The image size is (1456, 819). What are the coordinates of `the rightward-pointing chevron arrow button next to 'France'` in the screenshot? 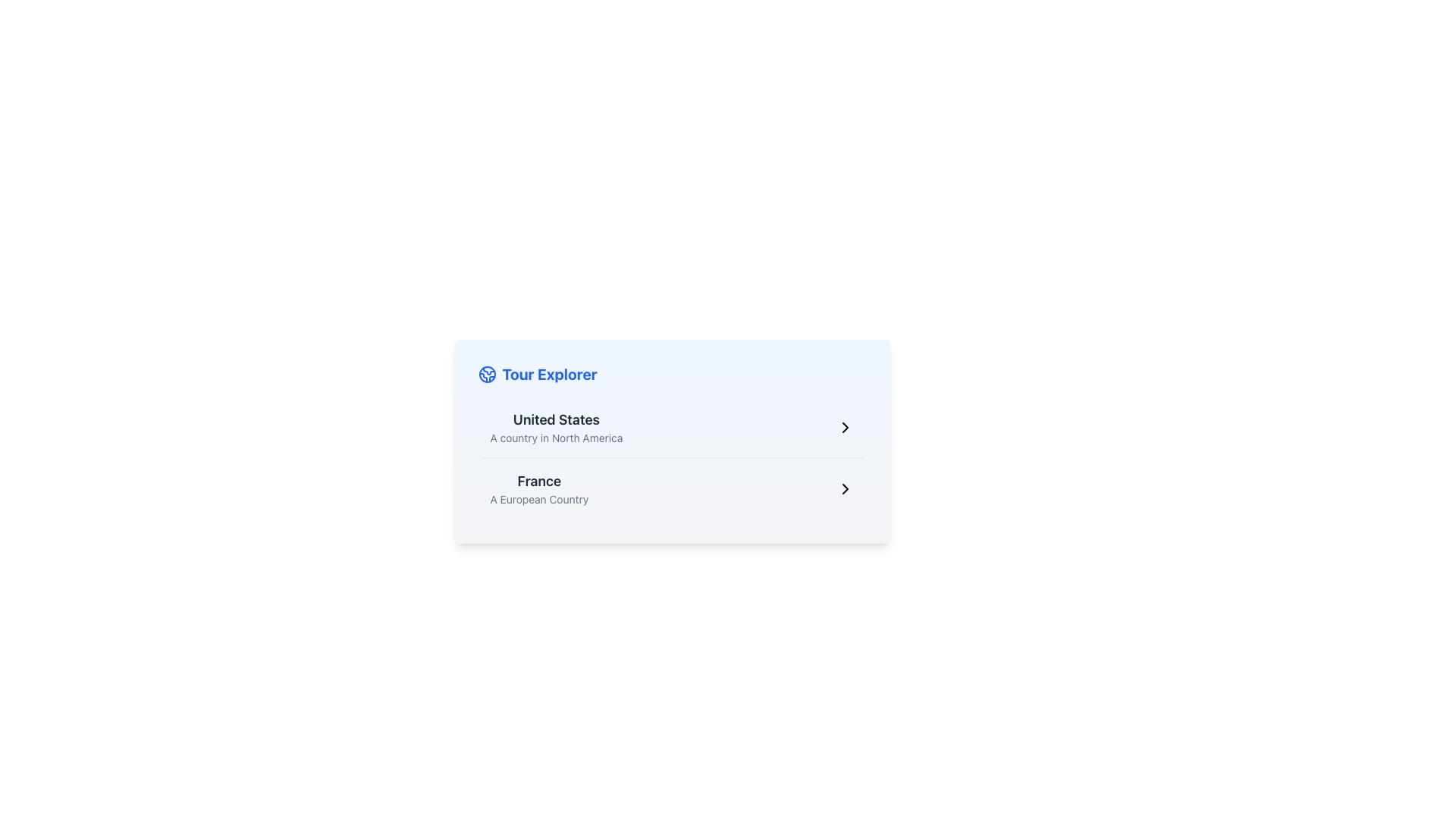 It's located at (844, 488).